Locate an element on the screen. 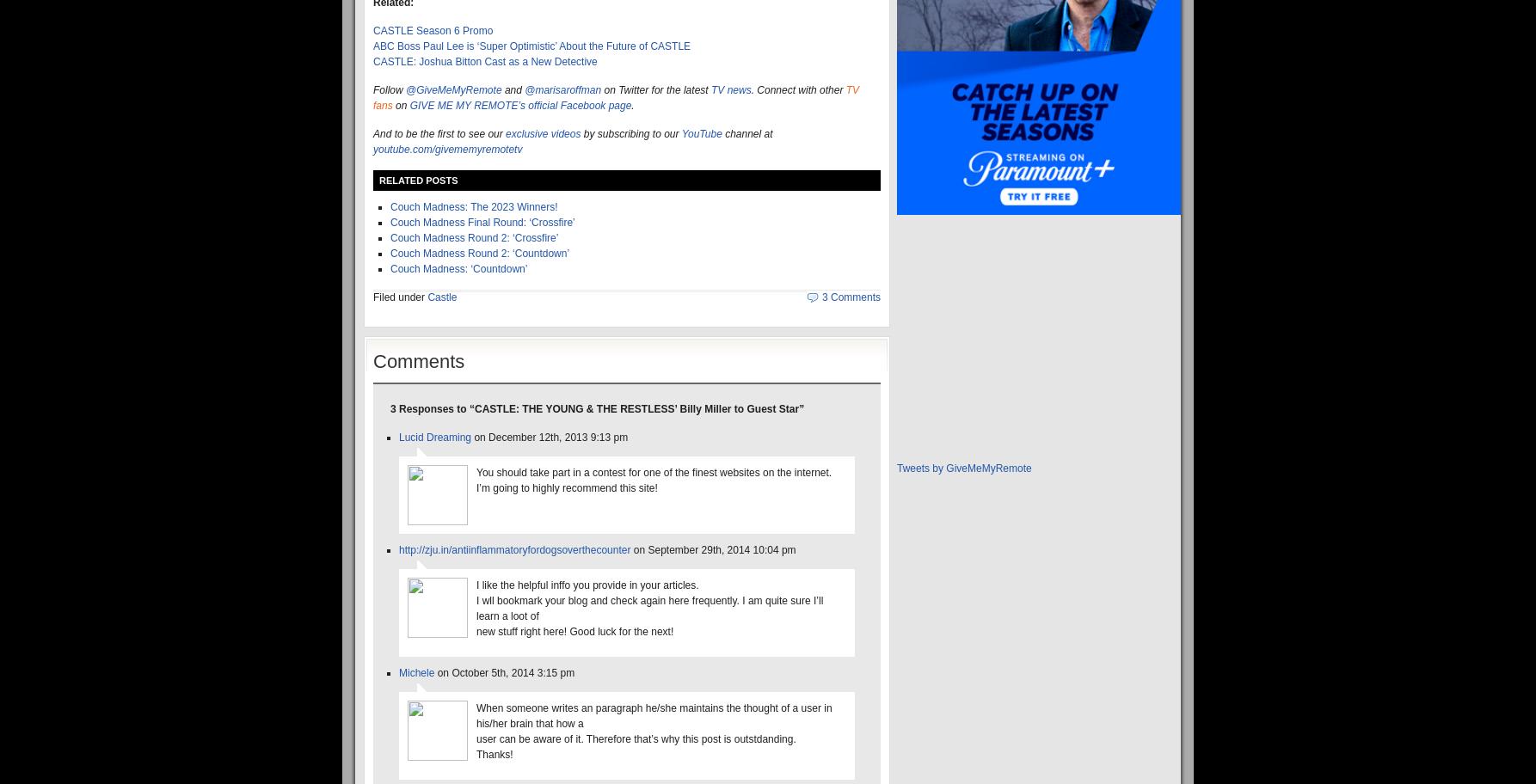  'CASTLE: Joshua Bitton Cast as a New Detective' is located at coordinates (484, 60).